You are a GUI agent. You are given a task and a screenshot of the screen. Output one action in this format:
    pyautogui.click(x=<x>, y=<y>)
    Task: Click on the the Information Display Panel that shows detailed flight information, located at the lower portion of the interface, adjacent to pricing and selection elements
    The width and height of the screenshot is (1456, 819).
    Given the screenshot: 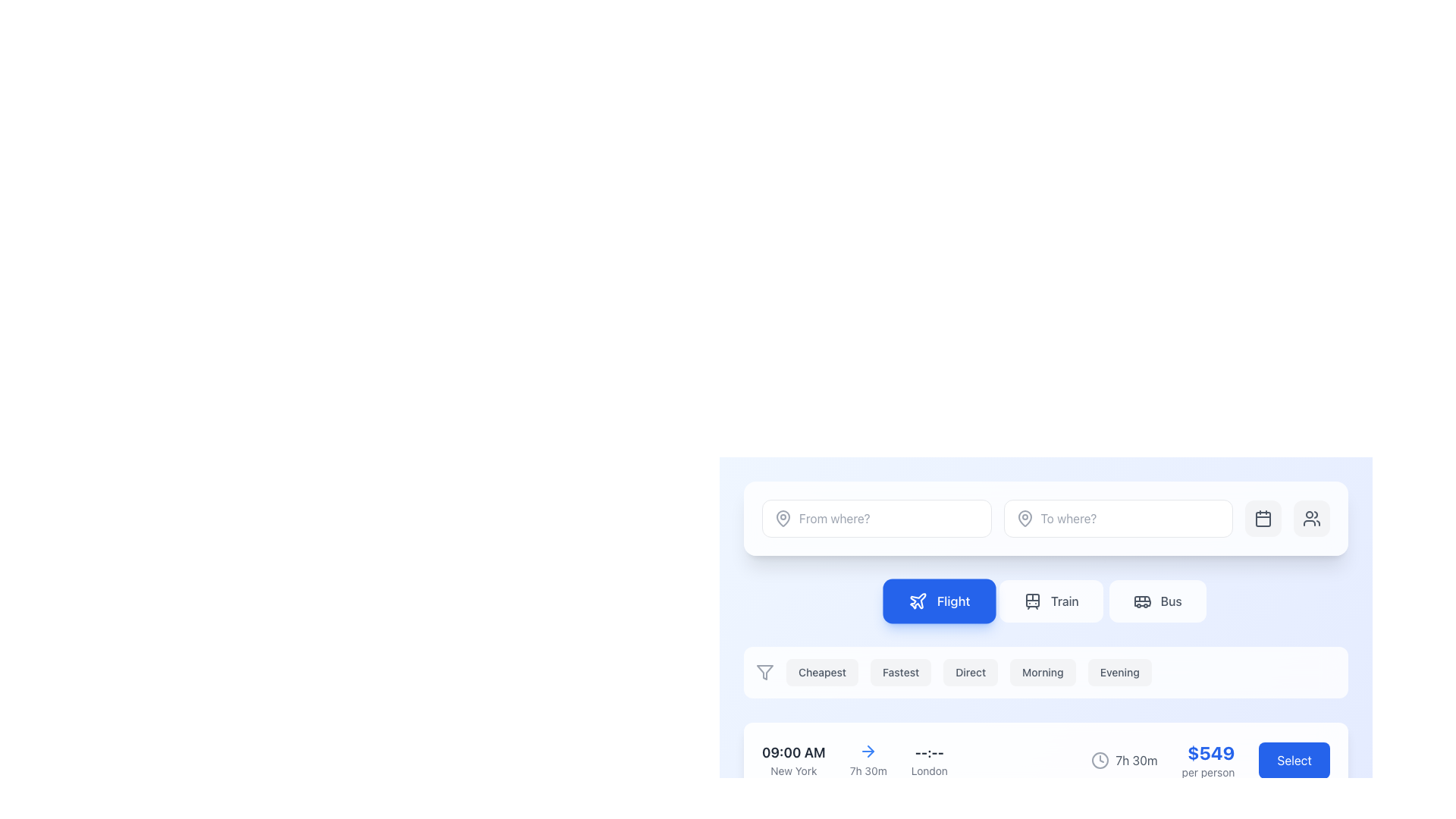 What is the action you would take?
    pyautogui.click(x=855, y=760)
    